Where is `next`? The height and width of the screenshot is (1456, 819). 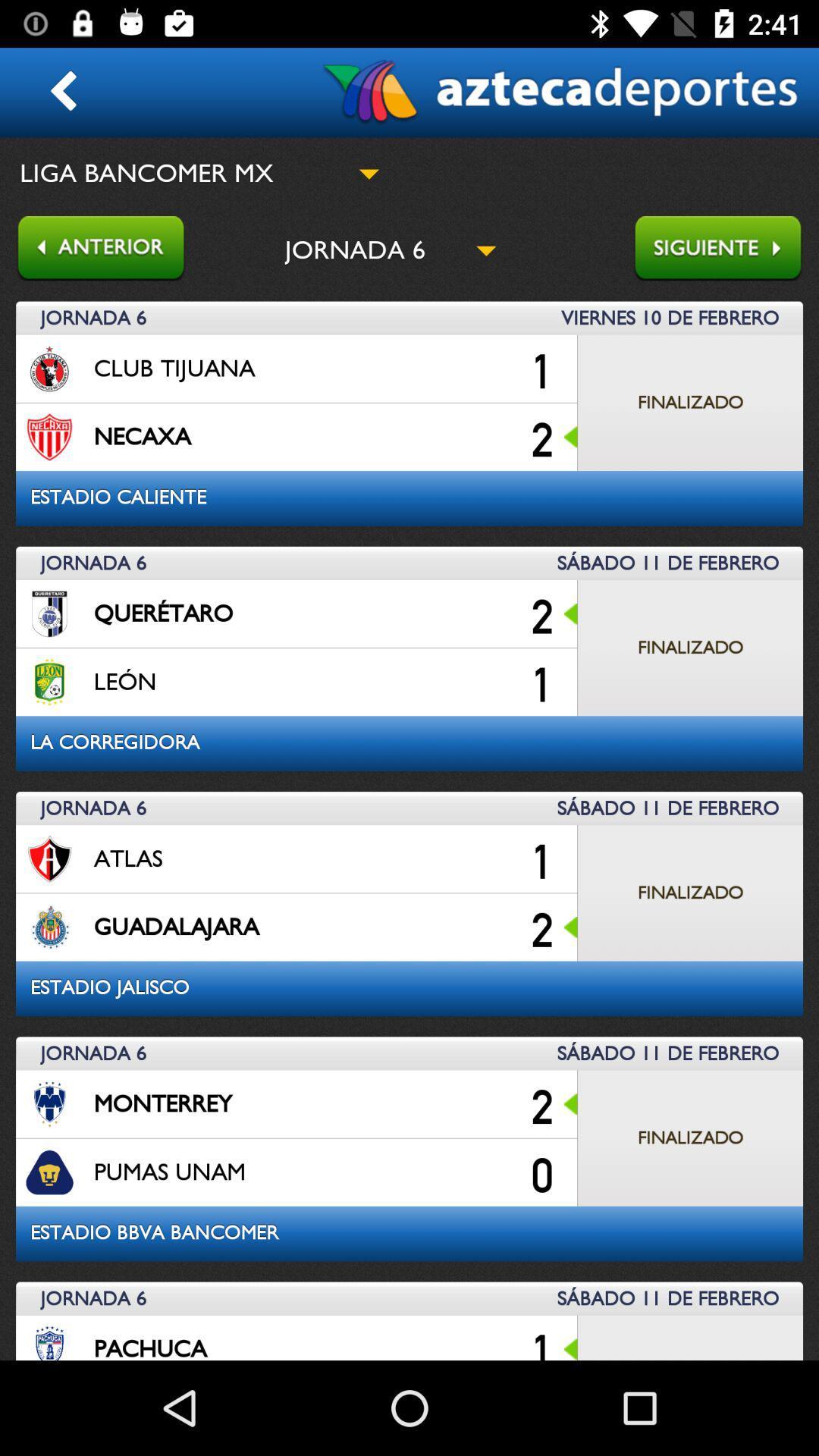
next is located at coordinates (725, 249).